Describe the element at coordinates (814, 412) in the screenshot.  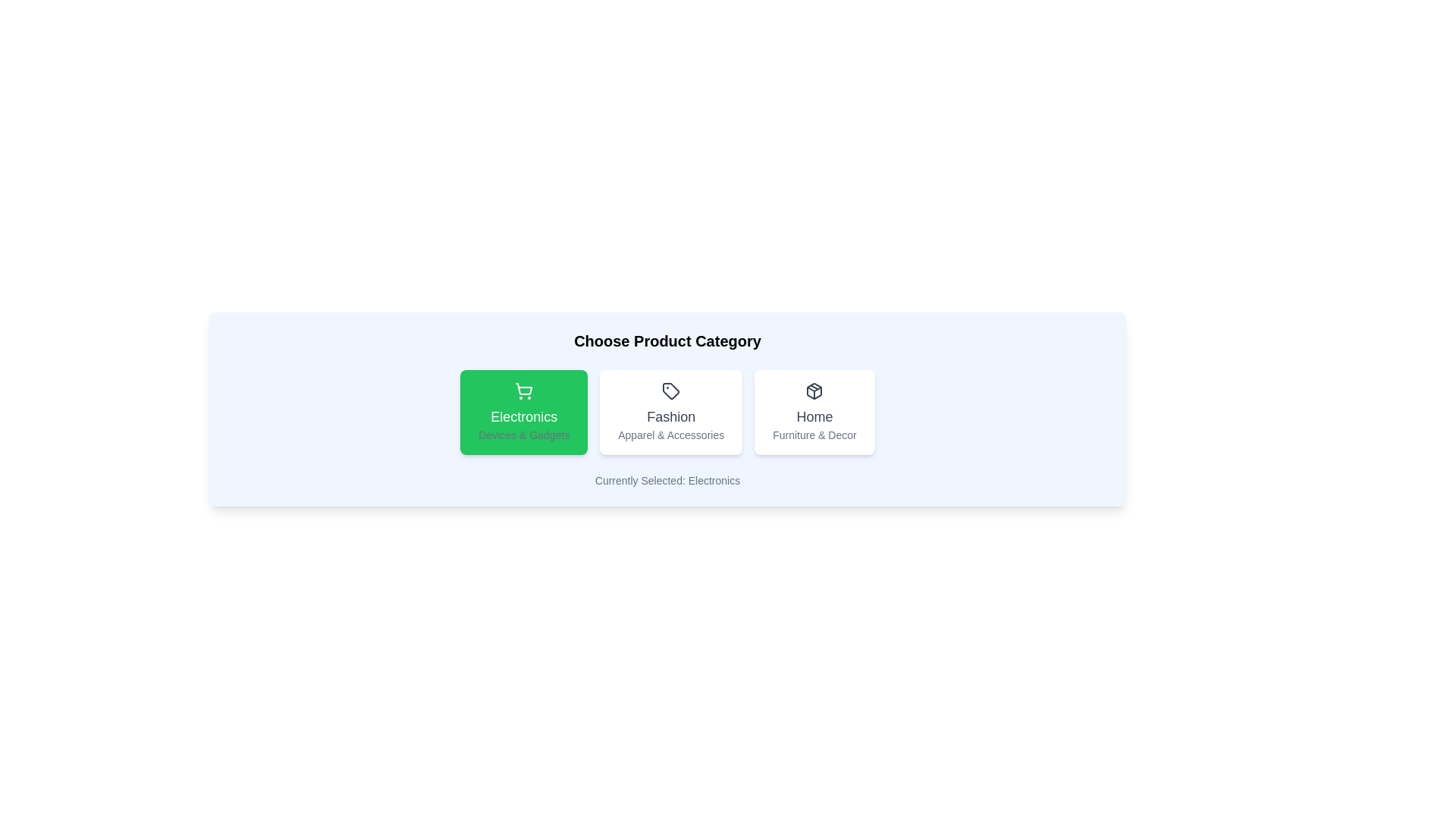
I see `the category chip labeled Home` at that location.